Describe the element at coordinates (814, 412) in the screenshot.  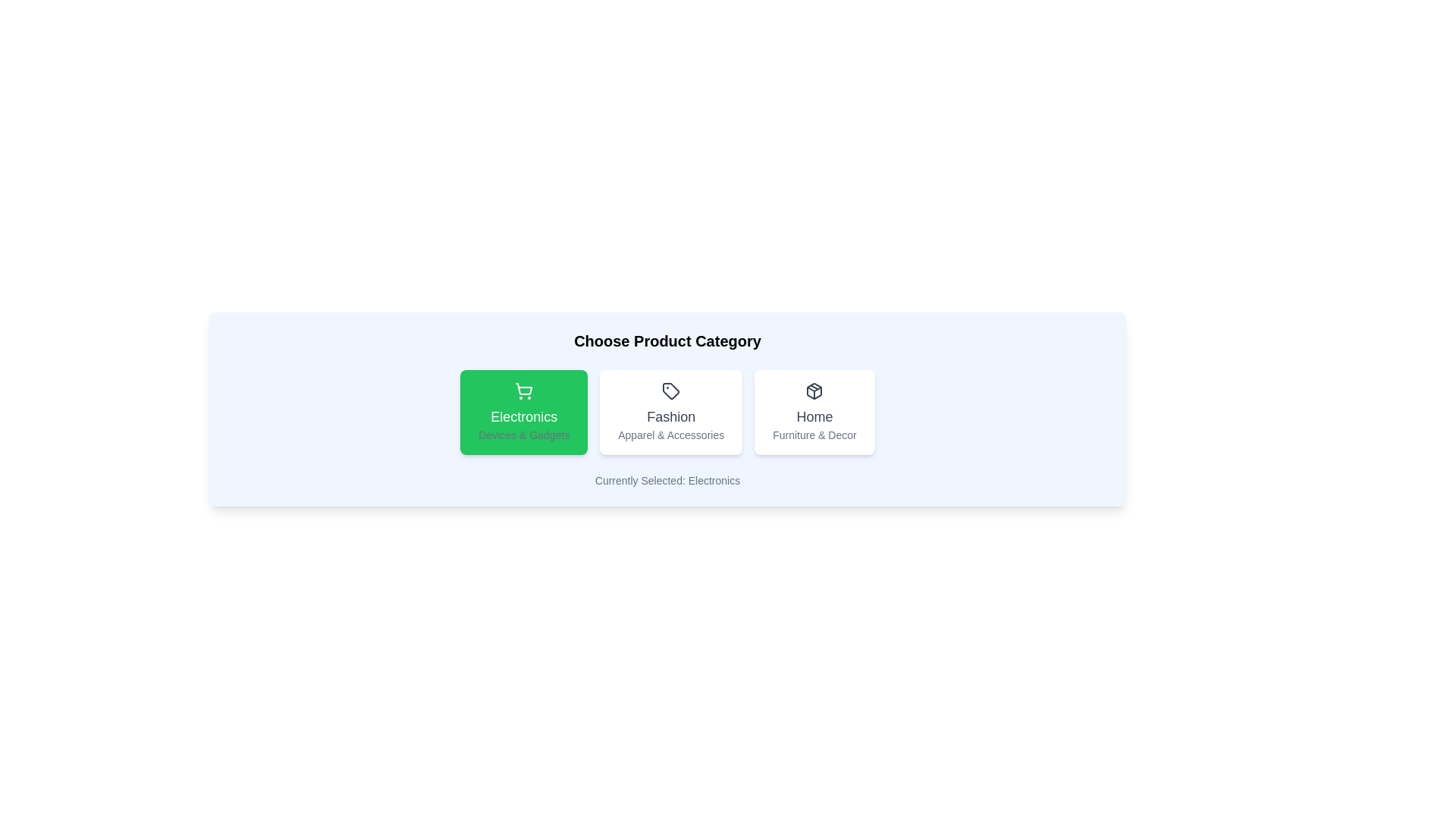
I see `the category chip labeled Home` at that location.